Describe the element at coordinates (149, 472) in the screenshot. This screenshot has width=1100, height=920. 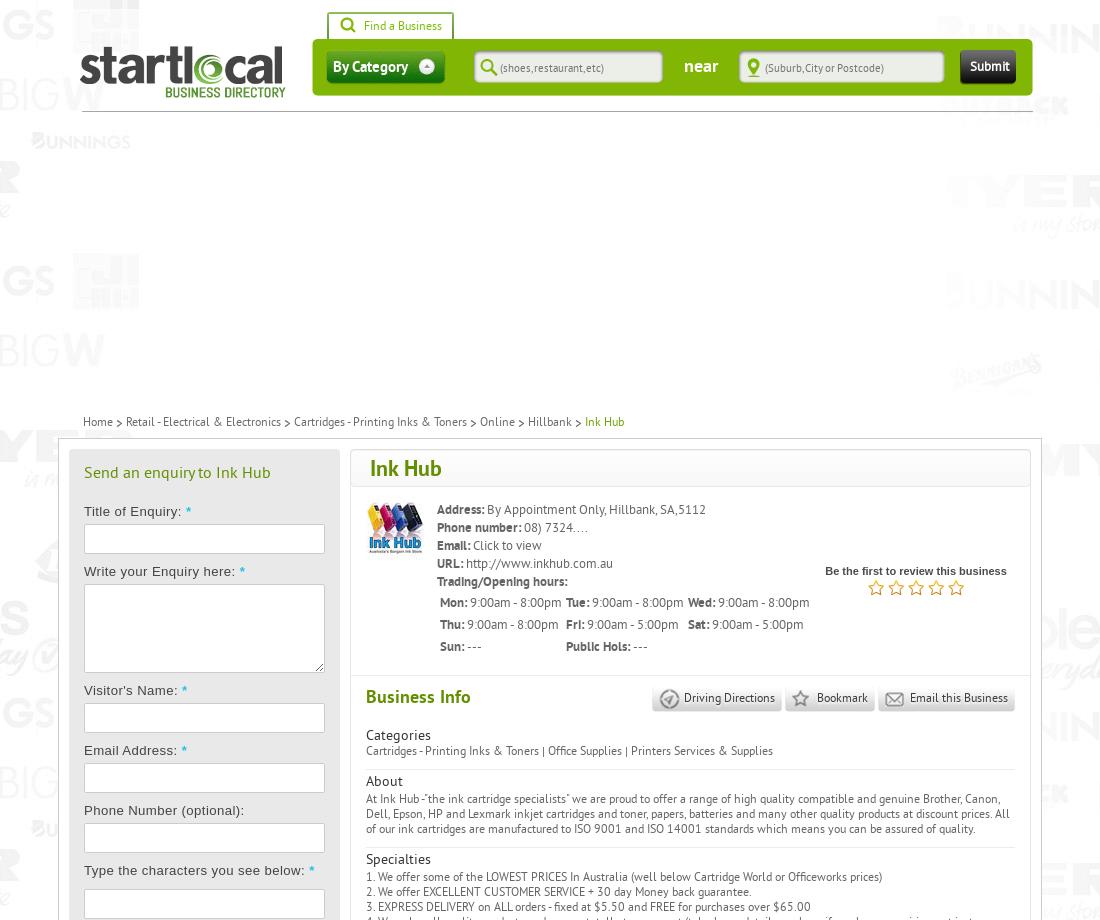
I see `'Send an enquiry to'` at that location.